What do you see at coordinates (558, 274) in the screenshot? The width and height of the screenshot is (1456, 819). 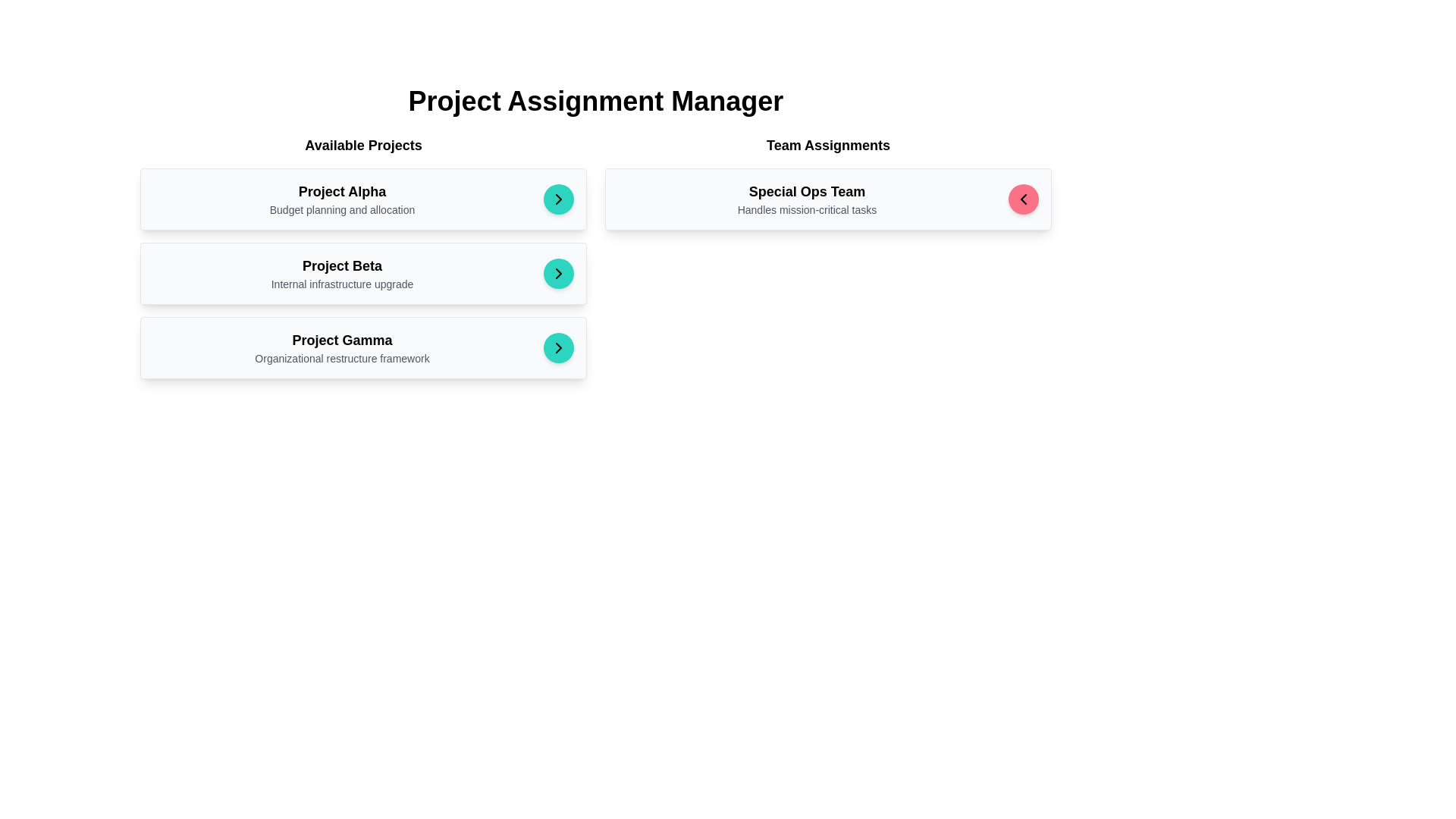 I see `the rightward-facing chevron icon located at the far right corner of the 'Project Gamma' card in the 'Available Projects' section` at bounding box center [558, 274].